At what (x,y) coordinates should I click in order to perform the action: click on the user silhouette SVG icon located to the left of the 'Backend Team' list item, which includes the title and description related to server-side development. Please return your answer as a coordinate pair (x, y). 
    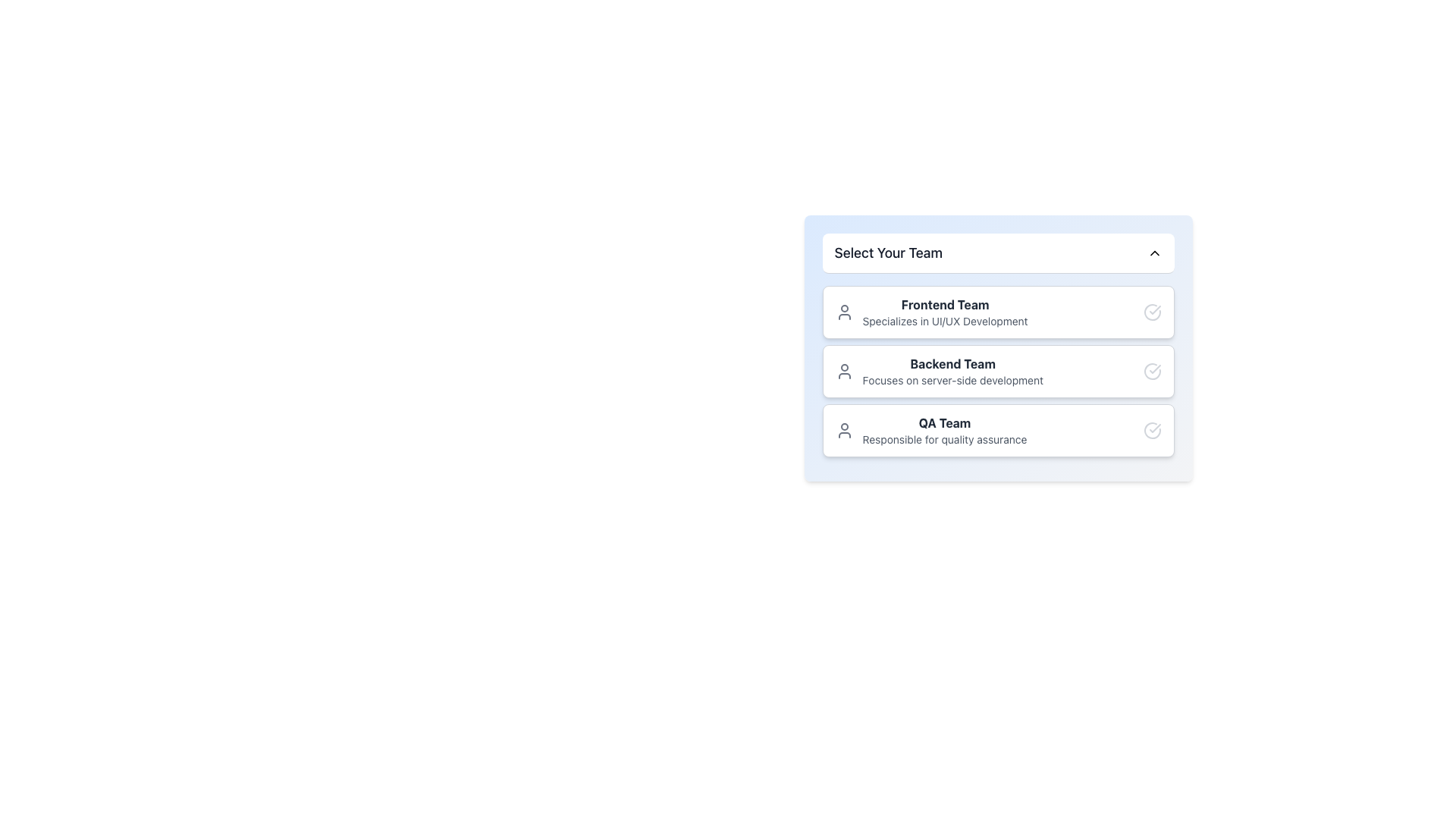
    Looking at the image, I should click on (843, 371).